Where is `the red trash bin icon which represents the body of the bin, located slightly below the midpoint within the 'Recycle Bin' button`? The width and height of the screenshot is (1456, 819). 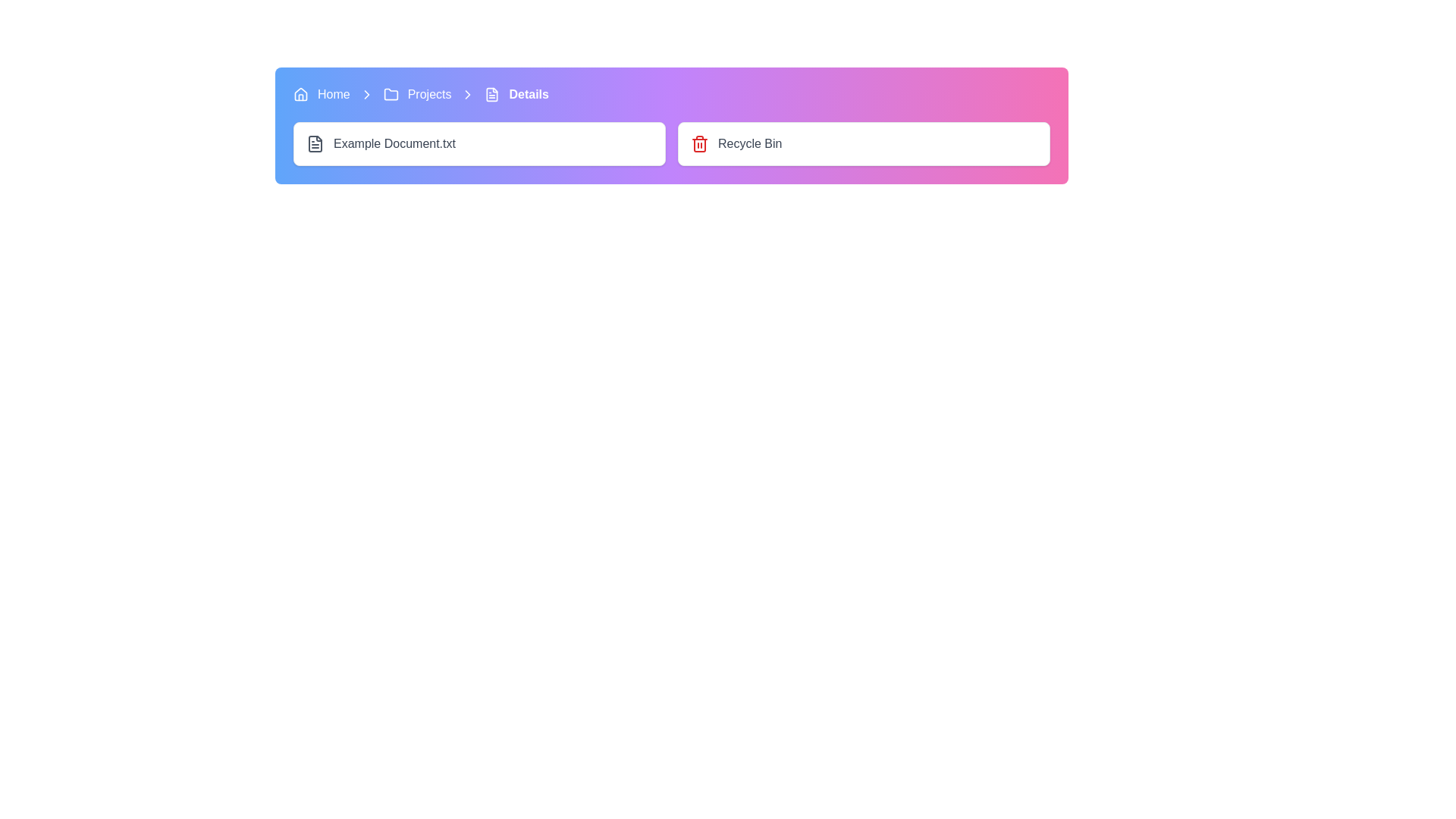
the red trash bin icon which represents the body of the bin, located slightly below the midpoint within the 'Recycle Bin' button is located at coordinates (698, 146).